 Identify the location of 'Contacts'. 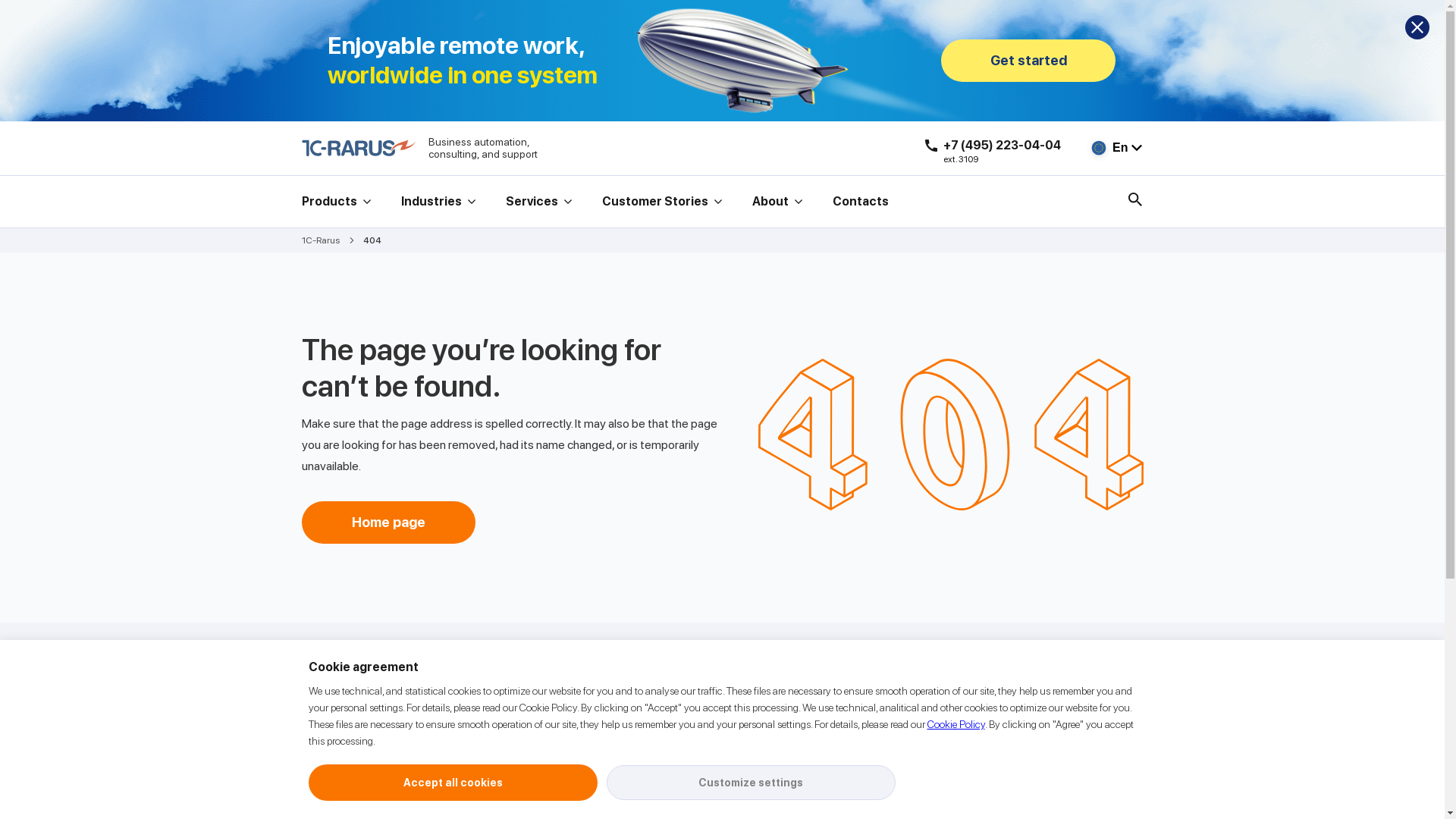
(832, 201).